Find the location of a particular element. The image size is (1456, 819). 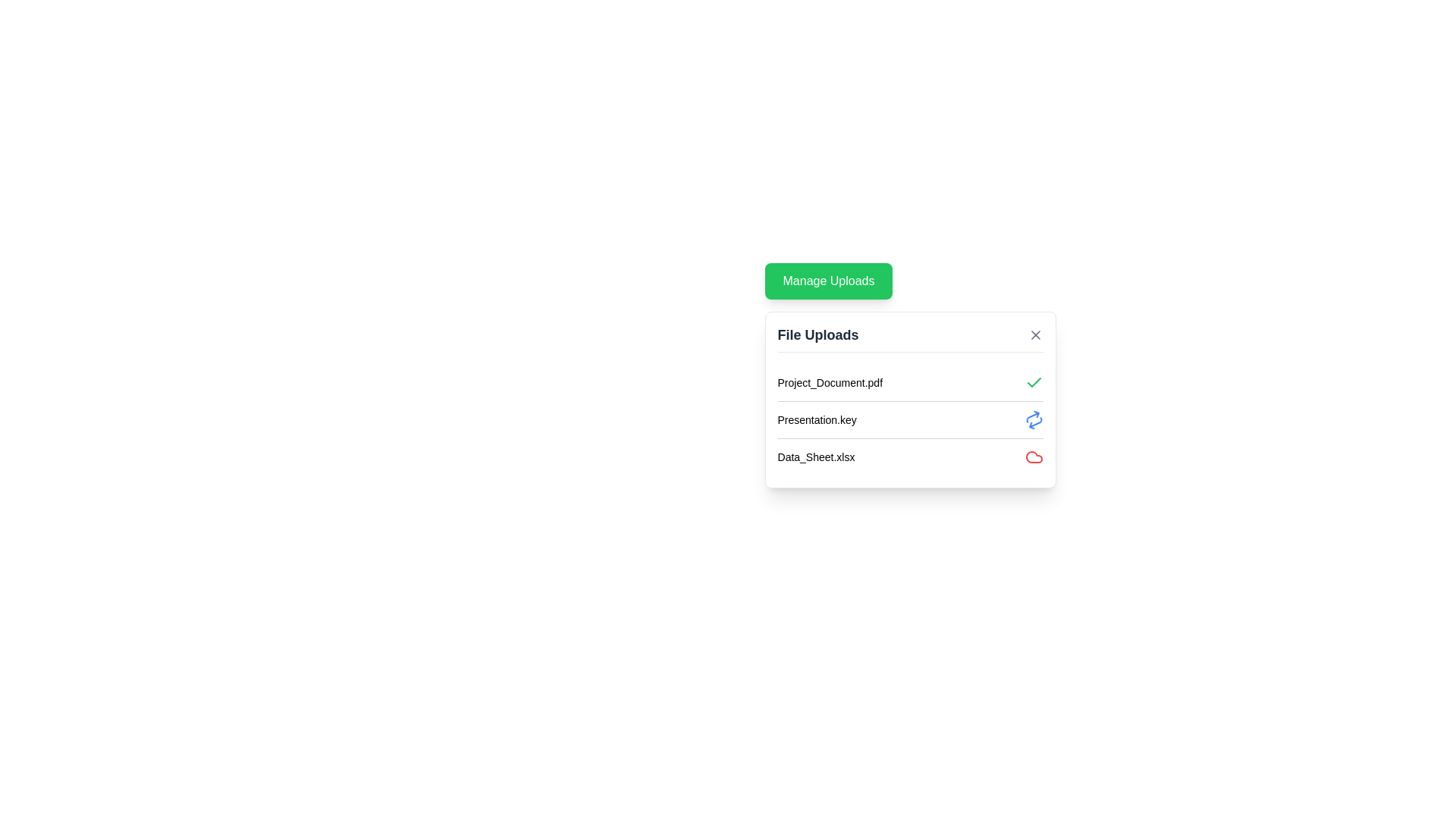

the retry/loading icon located to the right of the file name 'Presentation.key' in the file upload list is located at coordinates (1033, 420).